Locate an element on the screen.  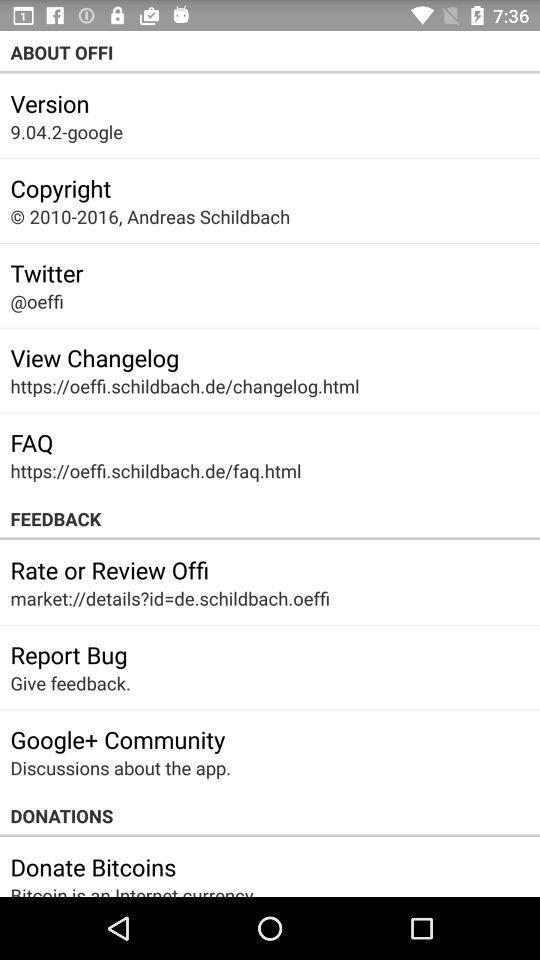
the give feedback. item is located at coordinates (69, 683).